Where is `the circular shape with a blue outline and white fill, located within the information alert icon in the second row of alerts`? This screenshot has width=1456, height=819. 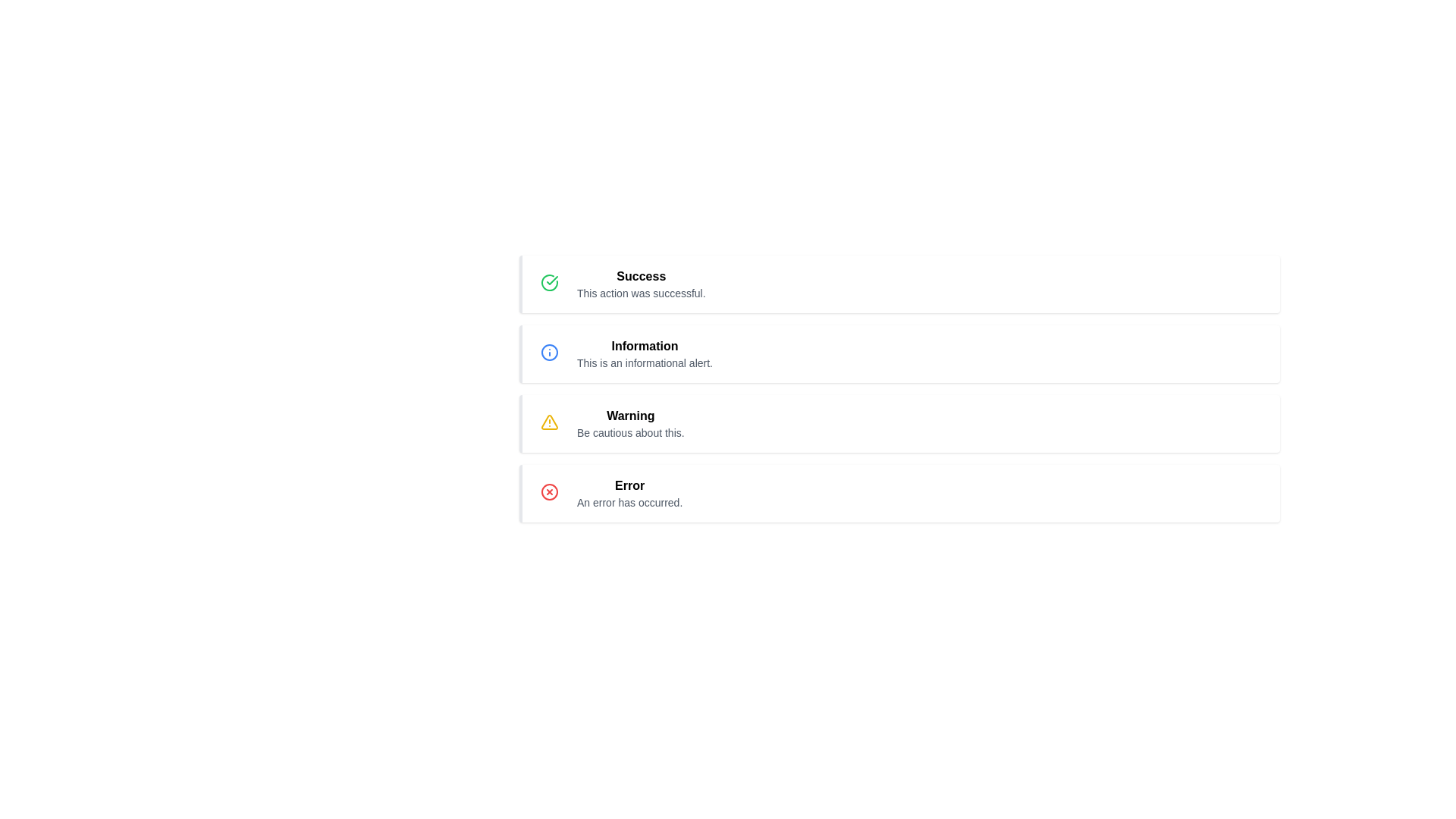 the circular shape with a blue outline and white fill, located within the information alert icon in the second row of alerts is located at coordinates (548, 353).